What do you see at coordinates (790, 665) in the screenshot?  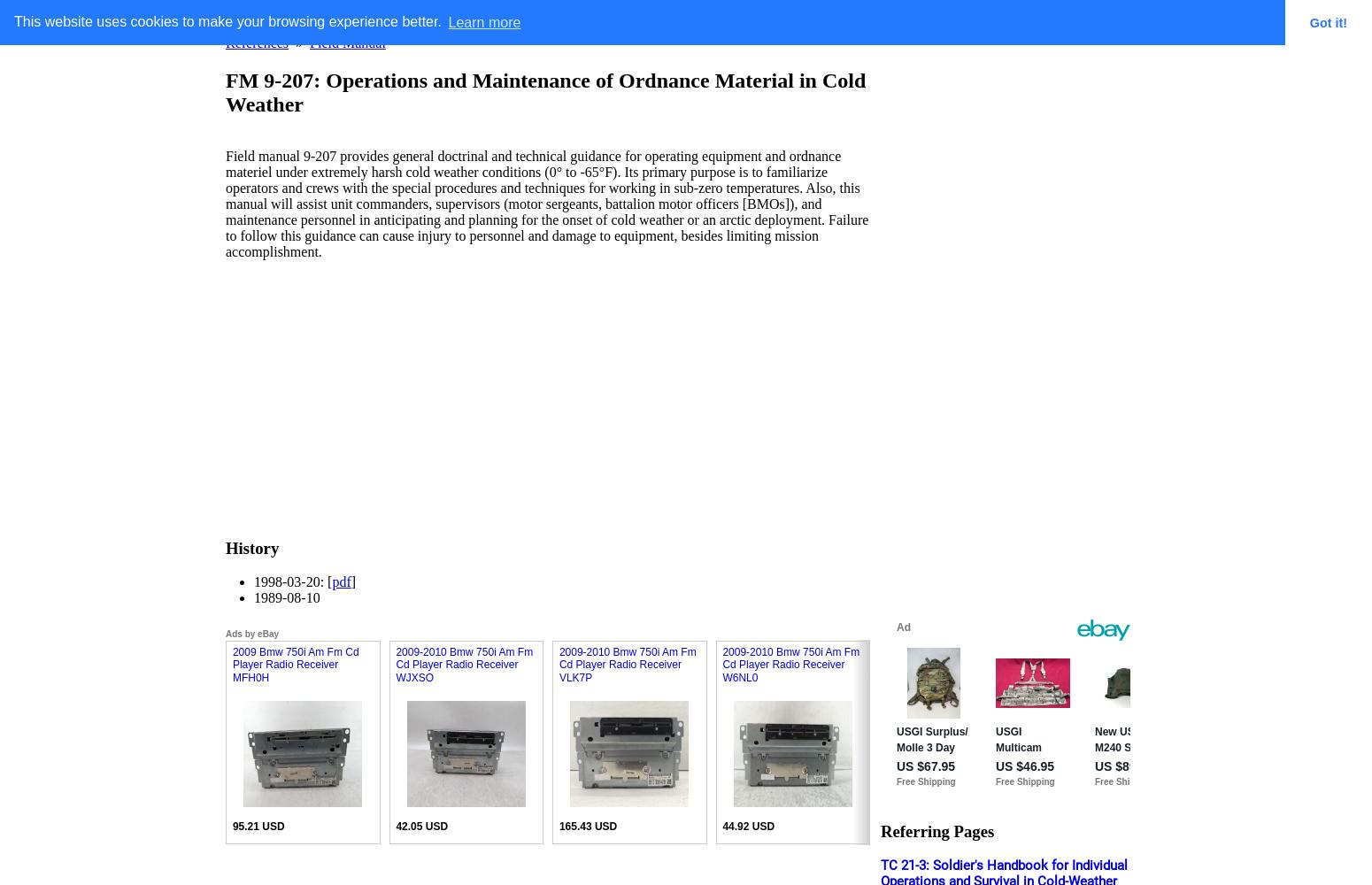 I see `'2009-2010 Bmw 750i Am Fm Cd Player Radio Receiver W6NL0'` at bounding box center [790, 665].